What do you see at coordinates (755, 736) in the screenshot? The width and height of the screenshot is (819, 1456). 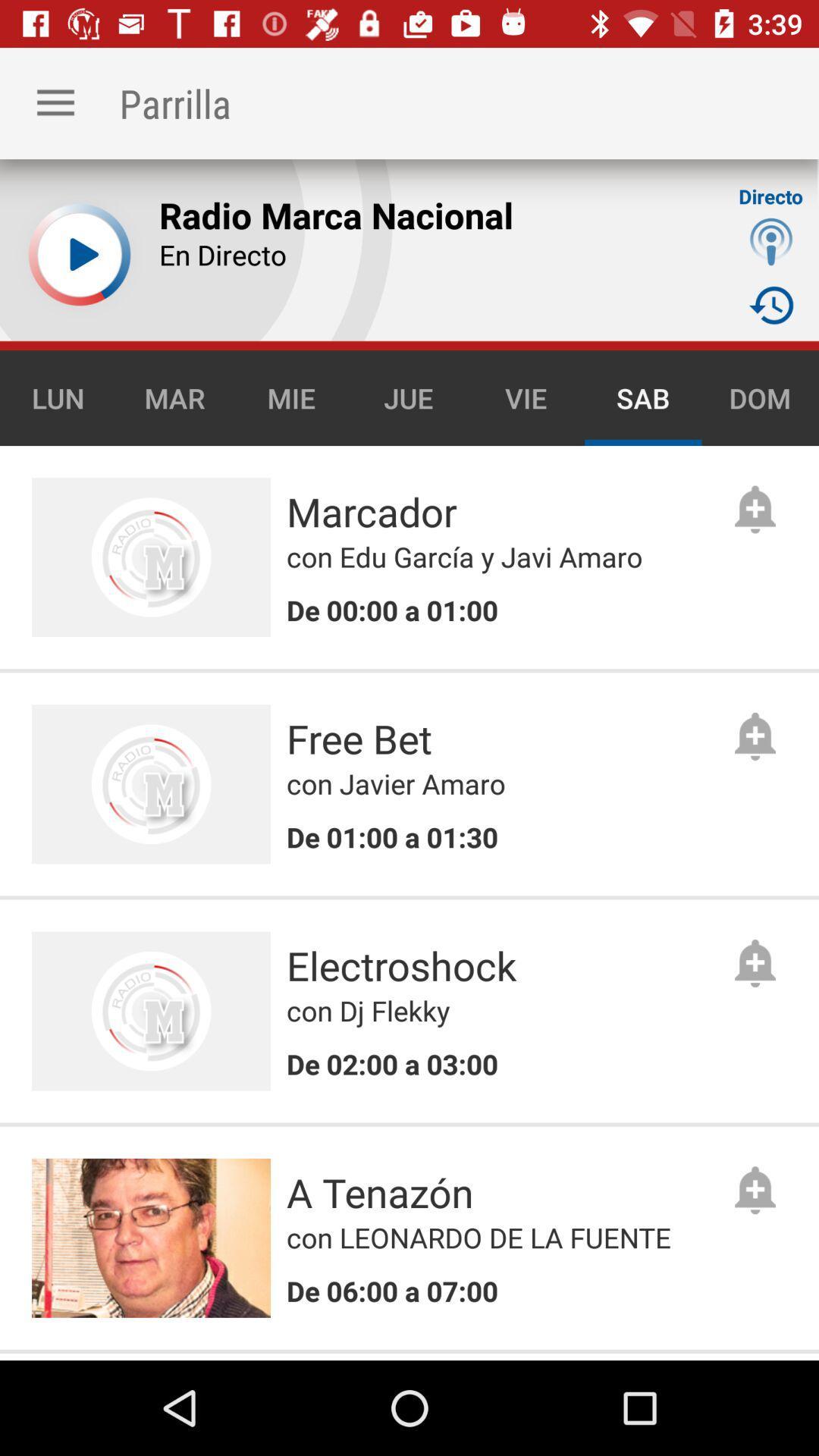 I see `grey icon next to text free bet` at bounding box center [755, 736].